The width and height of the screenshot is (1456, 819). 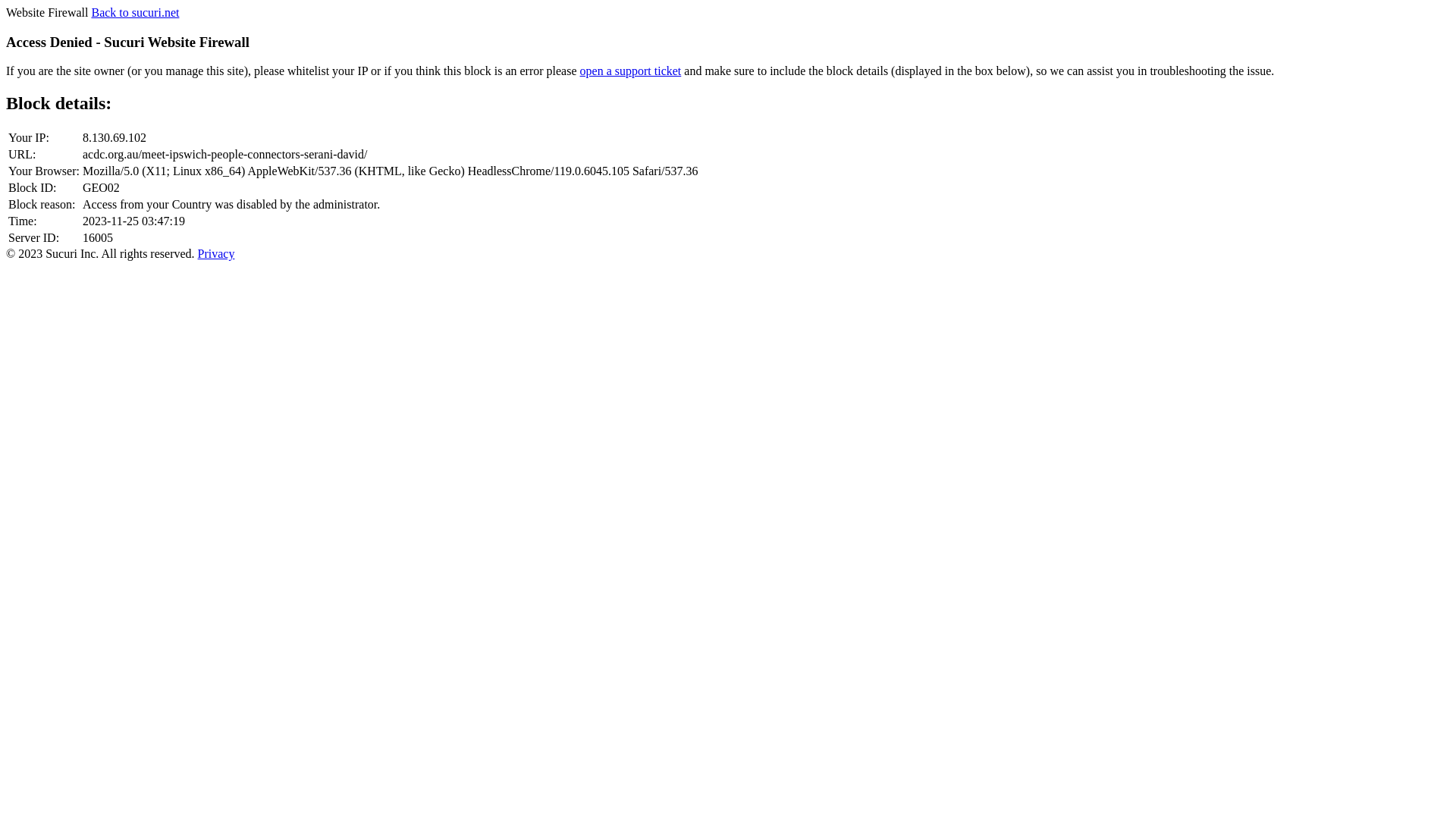 I want to click on 'open a support ticket', so click(x=630, y=71).